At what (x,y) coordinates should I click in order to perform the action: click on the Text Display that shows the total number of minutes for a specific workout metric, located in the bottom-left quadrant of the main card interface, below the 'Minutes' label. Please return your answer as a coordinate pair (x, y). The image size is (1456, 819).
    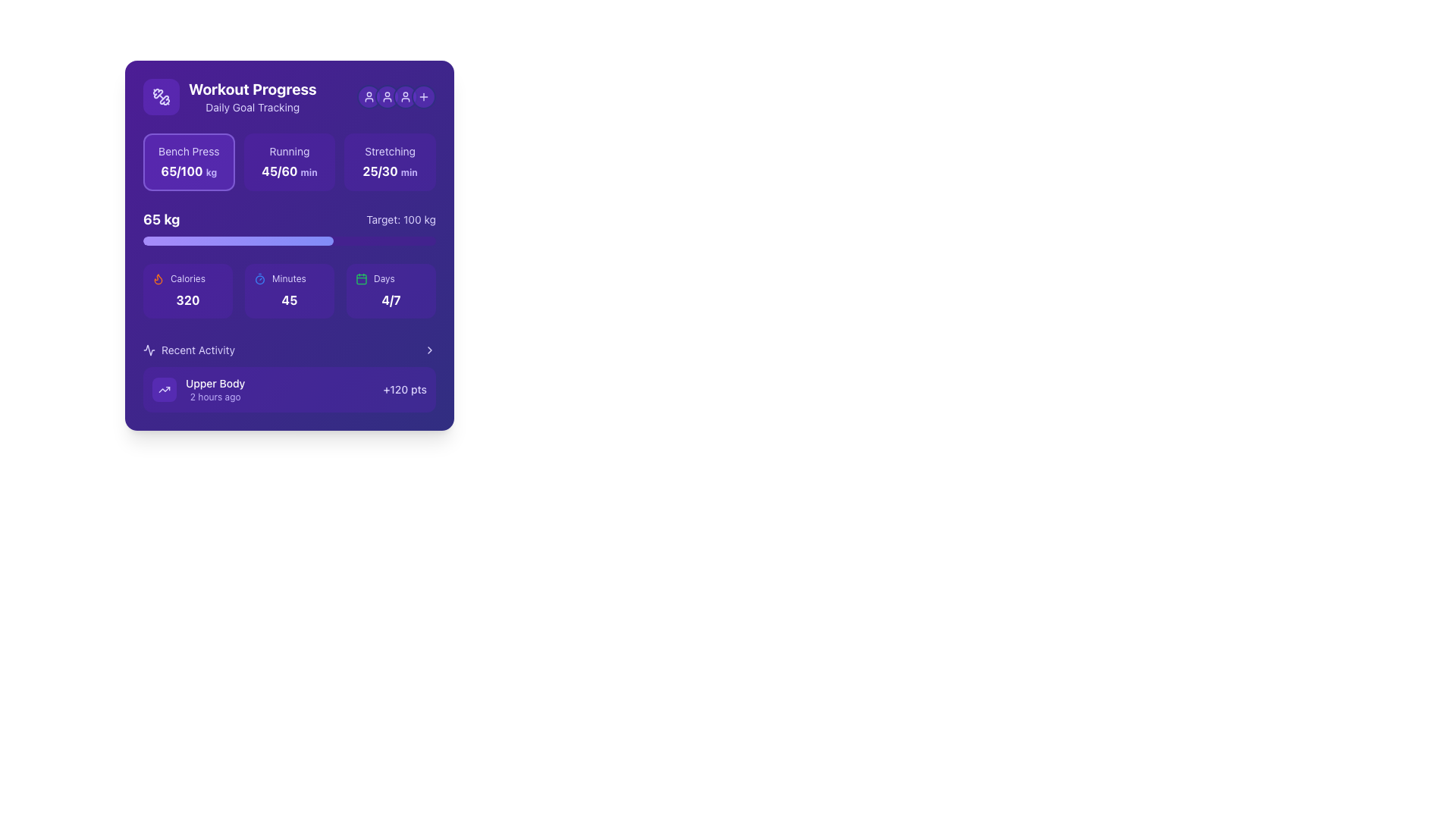
    Looking at the image, I should click on (290, 300).